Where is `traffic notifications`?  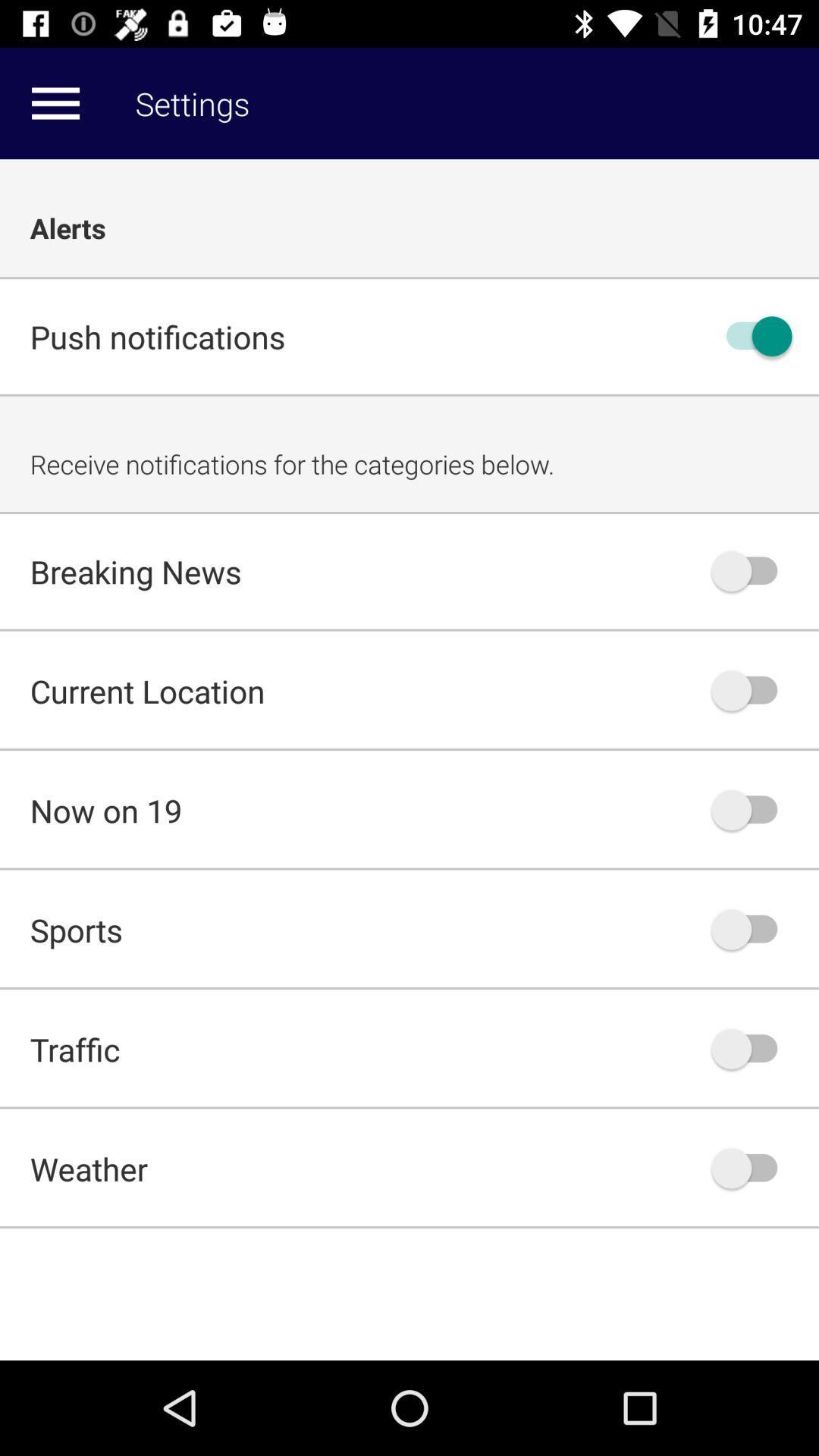 traffic notifications is located at coordinates (752, 1048).